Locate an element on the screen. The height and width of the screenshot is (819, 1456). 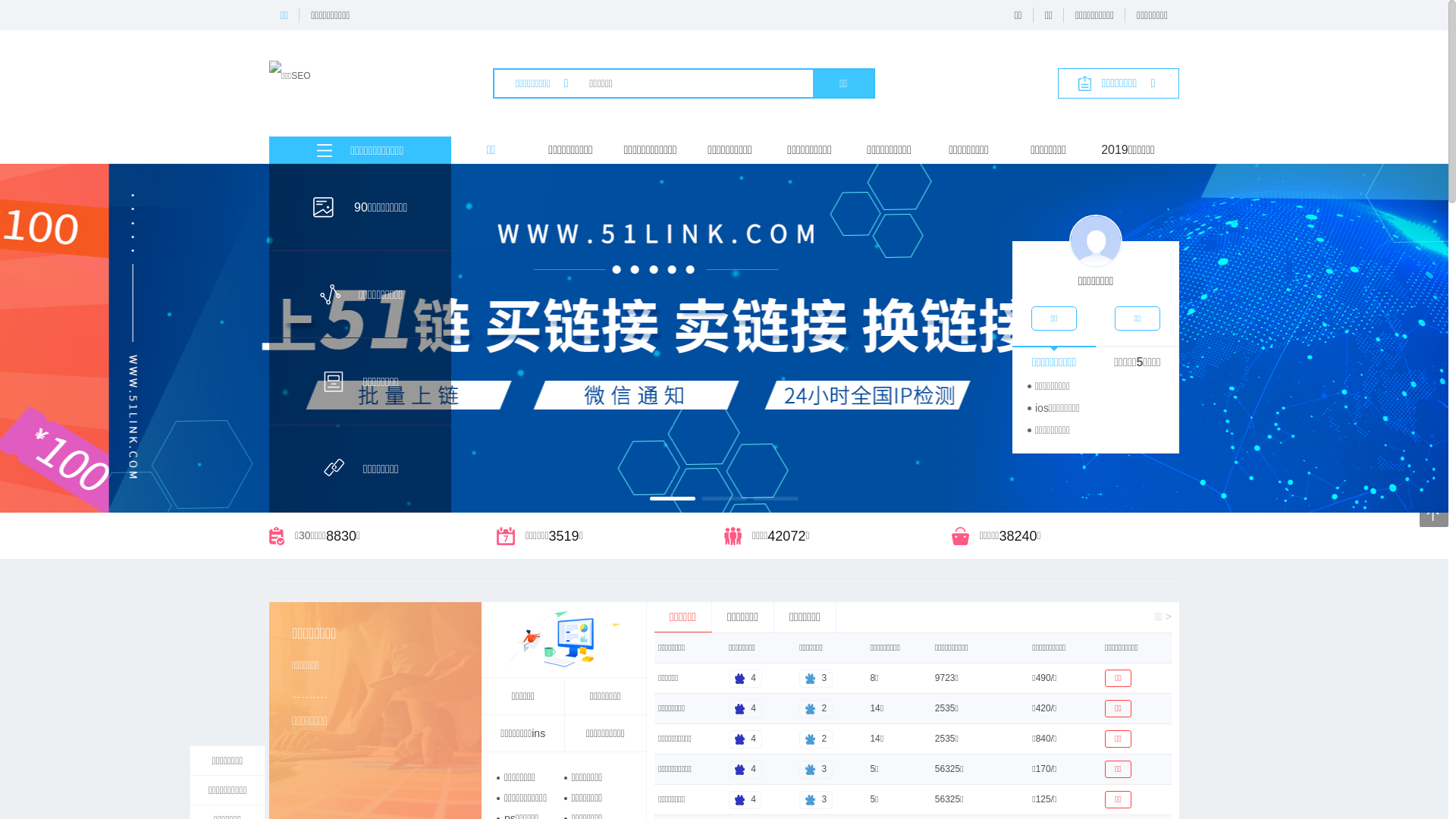
'2' is located at coordinates (814, 738).